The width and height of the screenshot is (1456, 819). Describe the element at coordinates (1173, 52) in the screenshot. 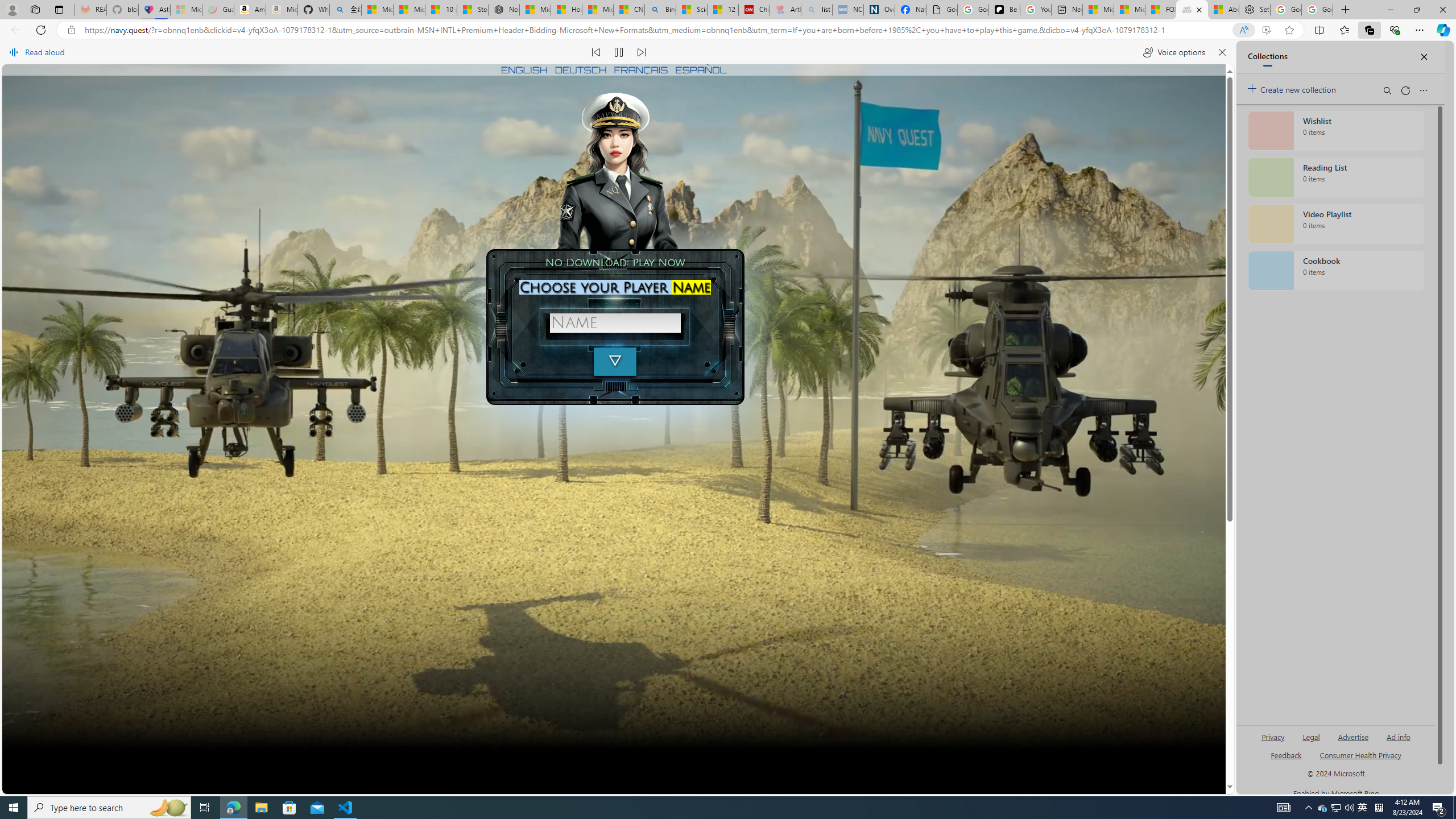

I see `'Voice options'` at that location.